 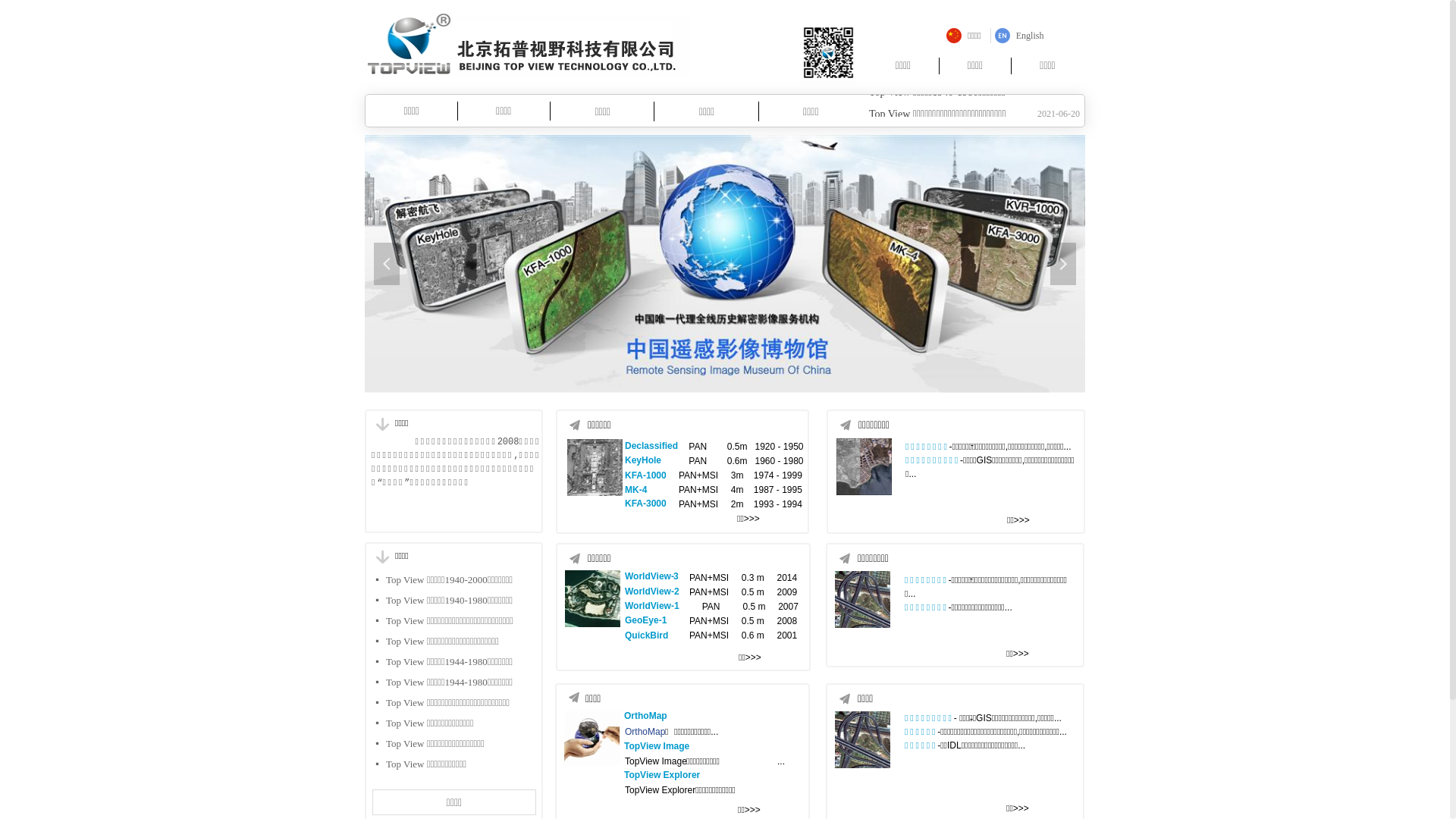 I want to click on 'WorldView-2', so click(x=652, y=590).